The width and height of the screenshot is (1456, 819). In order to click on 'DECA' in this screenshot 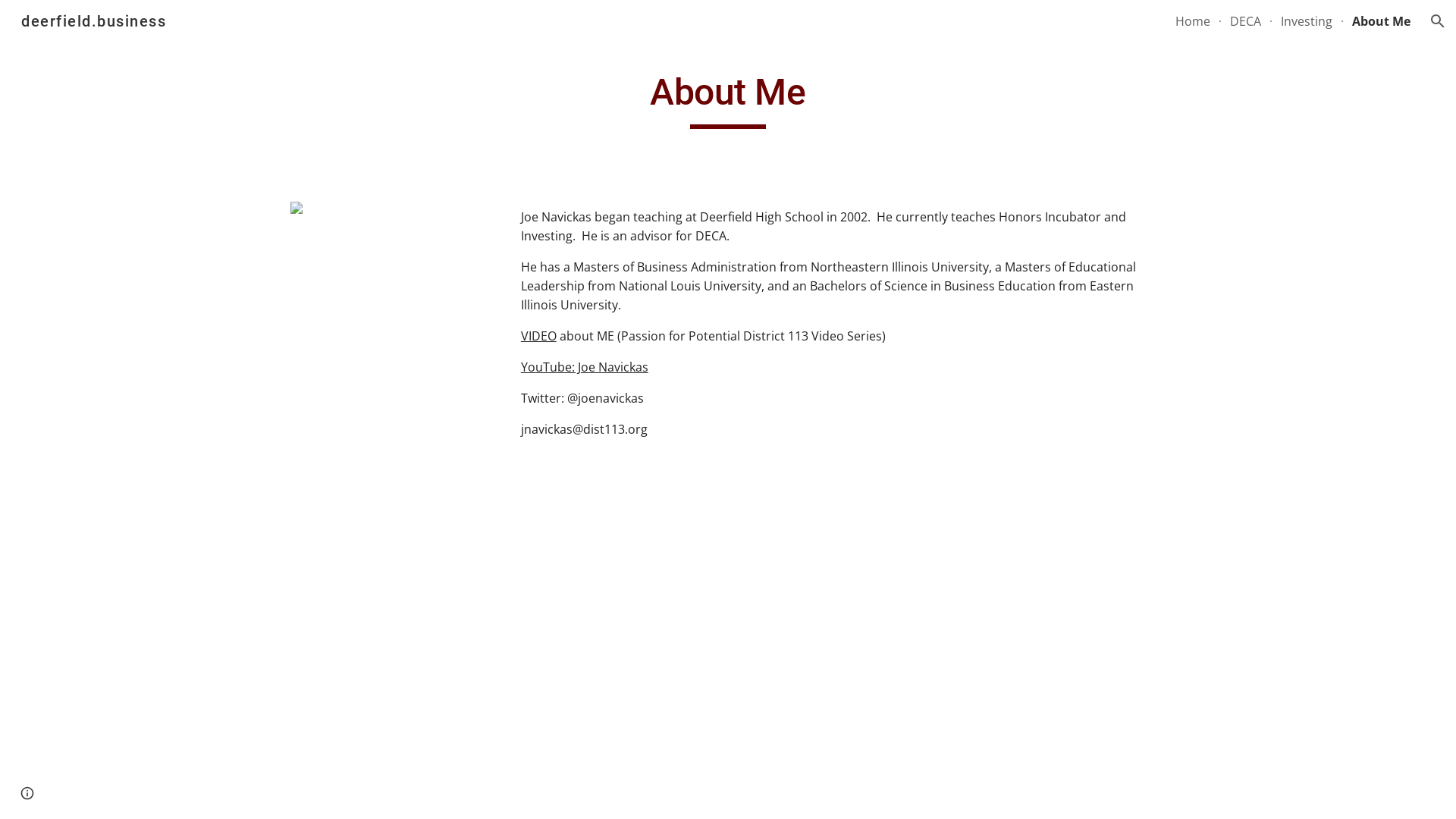, I will do `click(1245, 20)`.